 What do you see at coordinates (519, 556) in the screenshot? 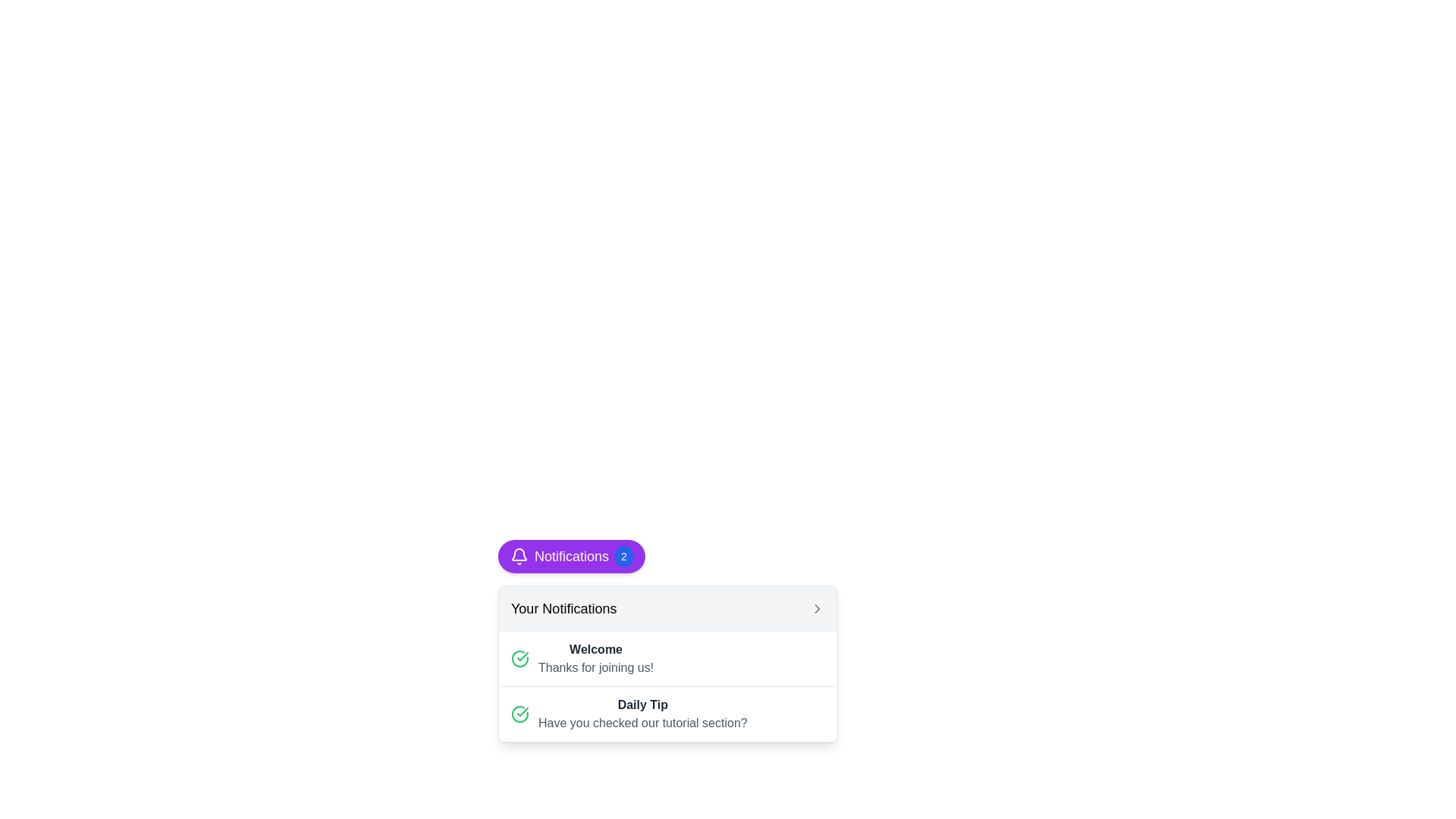
I see `the notification bell icon, which is styled in a minimal, modern design with a purple circular background, located on the left side of the 'Notifications 2' button` at bounding box center [519, 556].